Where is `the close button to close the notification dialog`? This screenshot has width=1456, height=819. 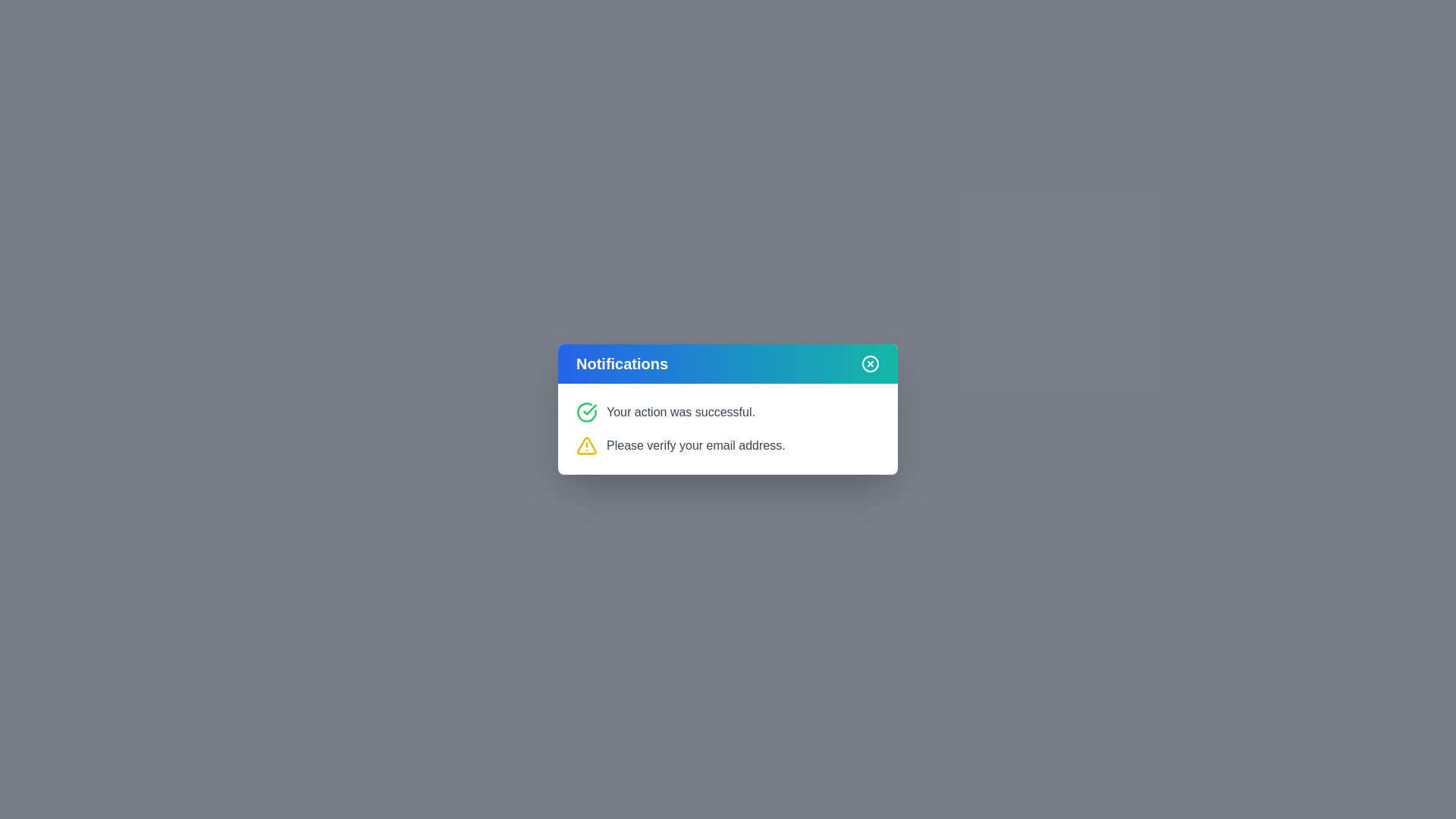
the close button to close the notification dialog is located at coordinates (870, 363).